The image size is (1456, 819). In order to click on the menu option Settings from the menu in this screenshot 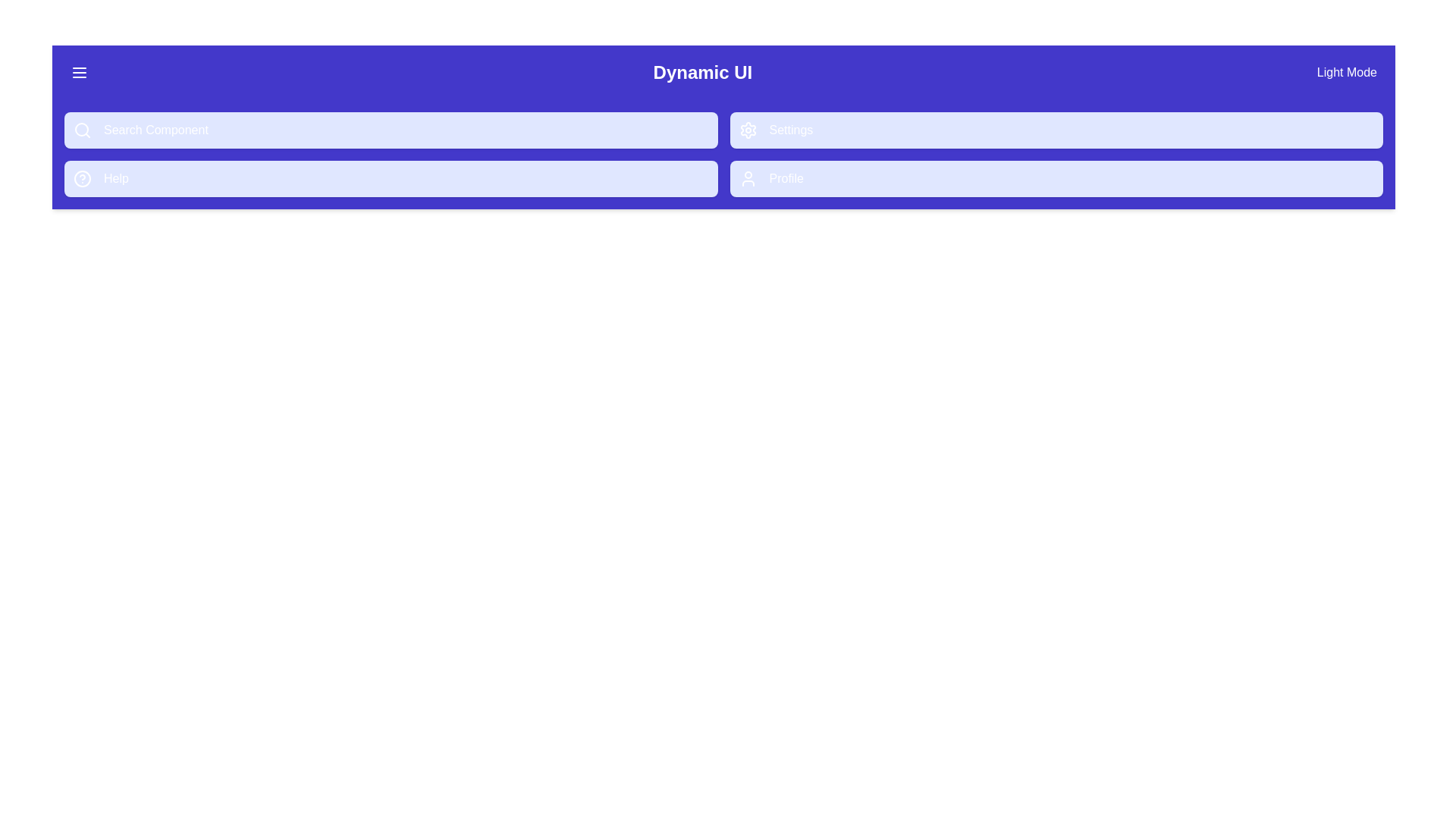, I will do `click(1056, 130)`.